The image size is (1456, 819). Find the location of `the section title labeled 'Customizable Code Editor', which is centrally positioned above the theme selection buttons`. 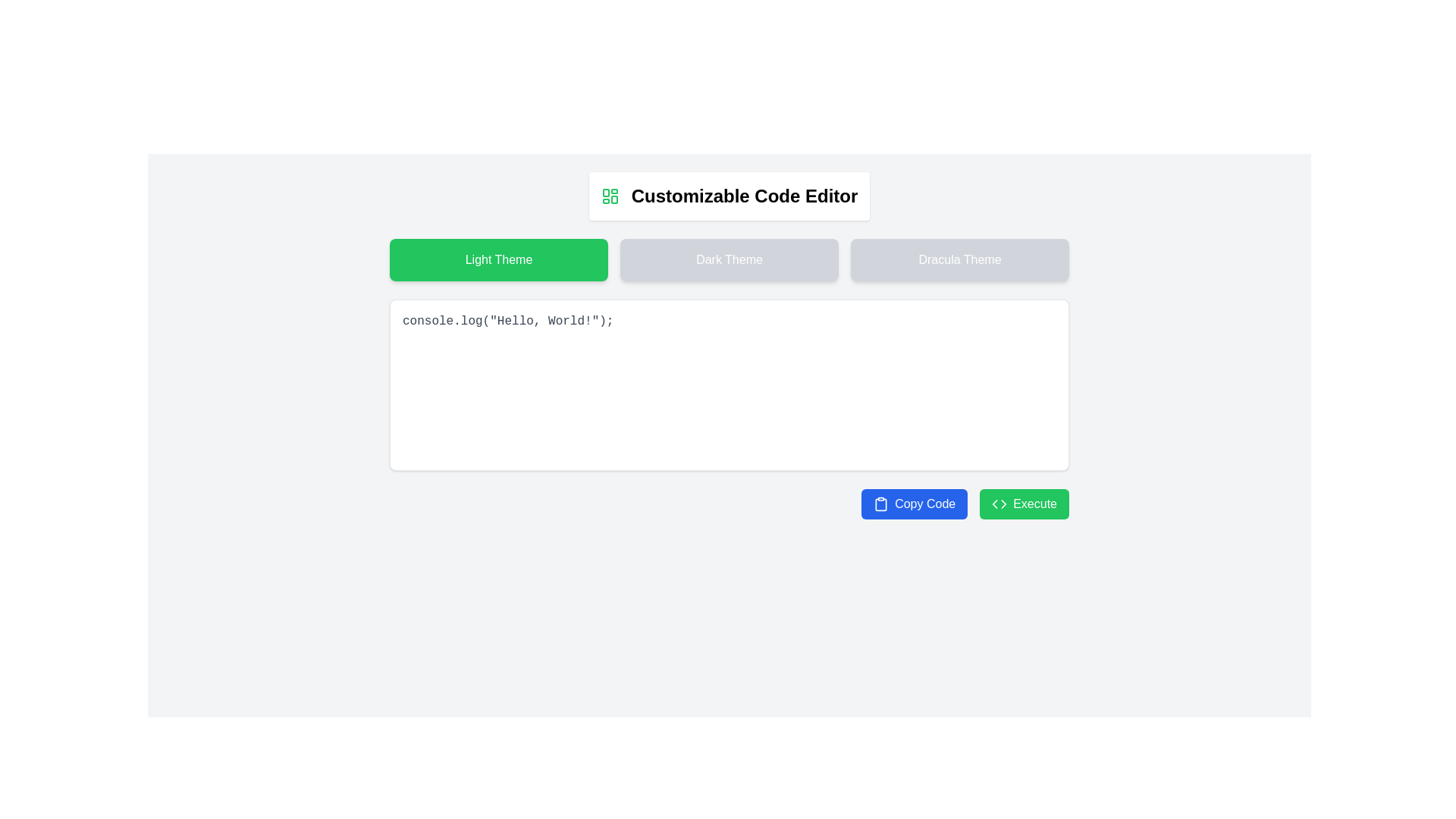

the section title labeled 'Customizable Code Editor', which is centrally positioned above the theme selection buttons is located at coordinates (729, 195).